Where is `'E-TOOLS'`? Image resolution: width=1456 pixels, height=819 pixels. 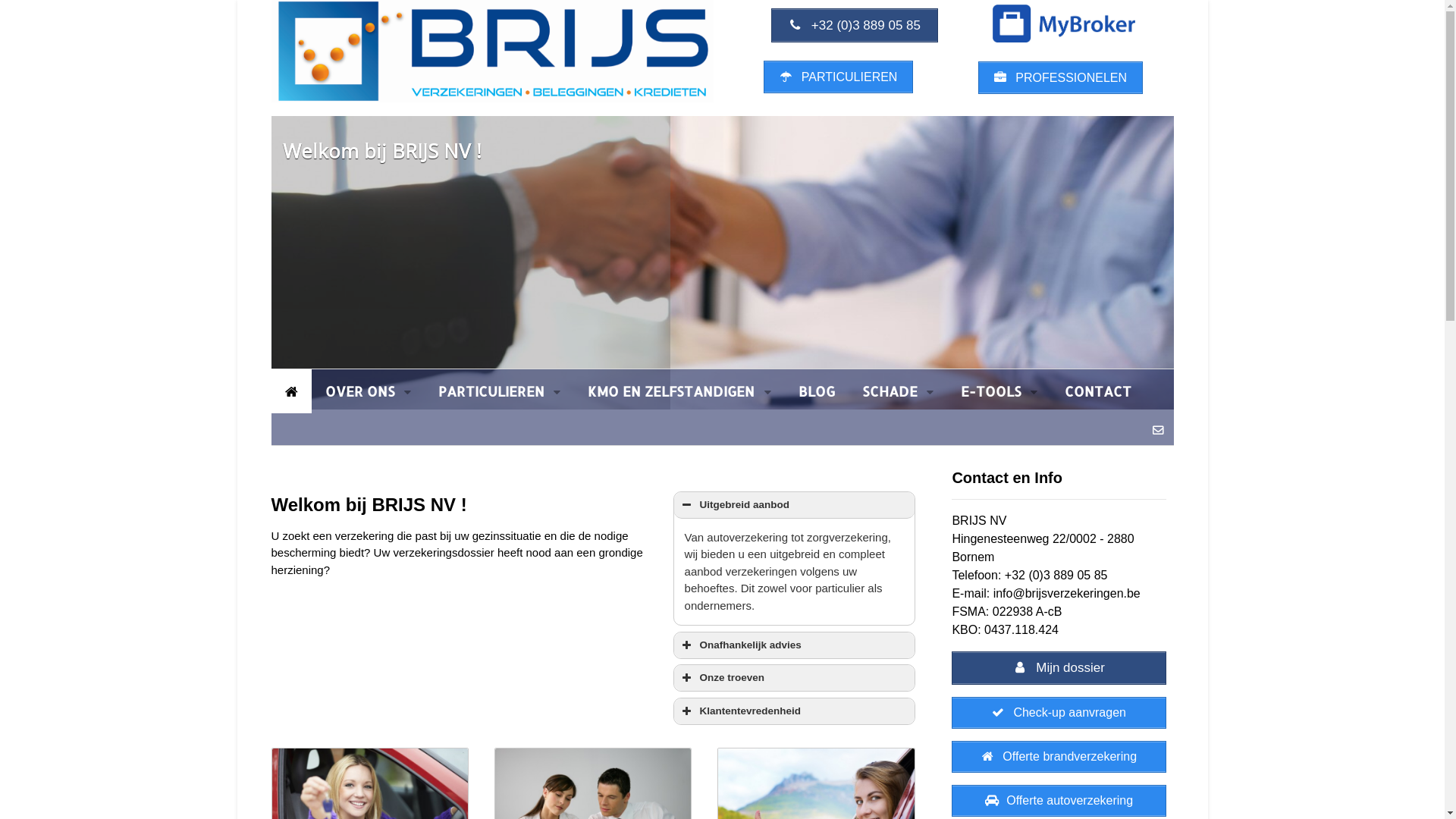 'E-TOOLS' is located at coordinates (999, 391).